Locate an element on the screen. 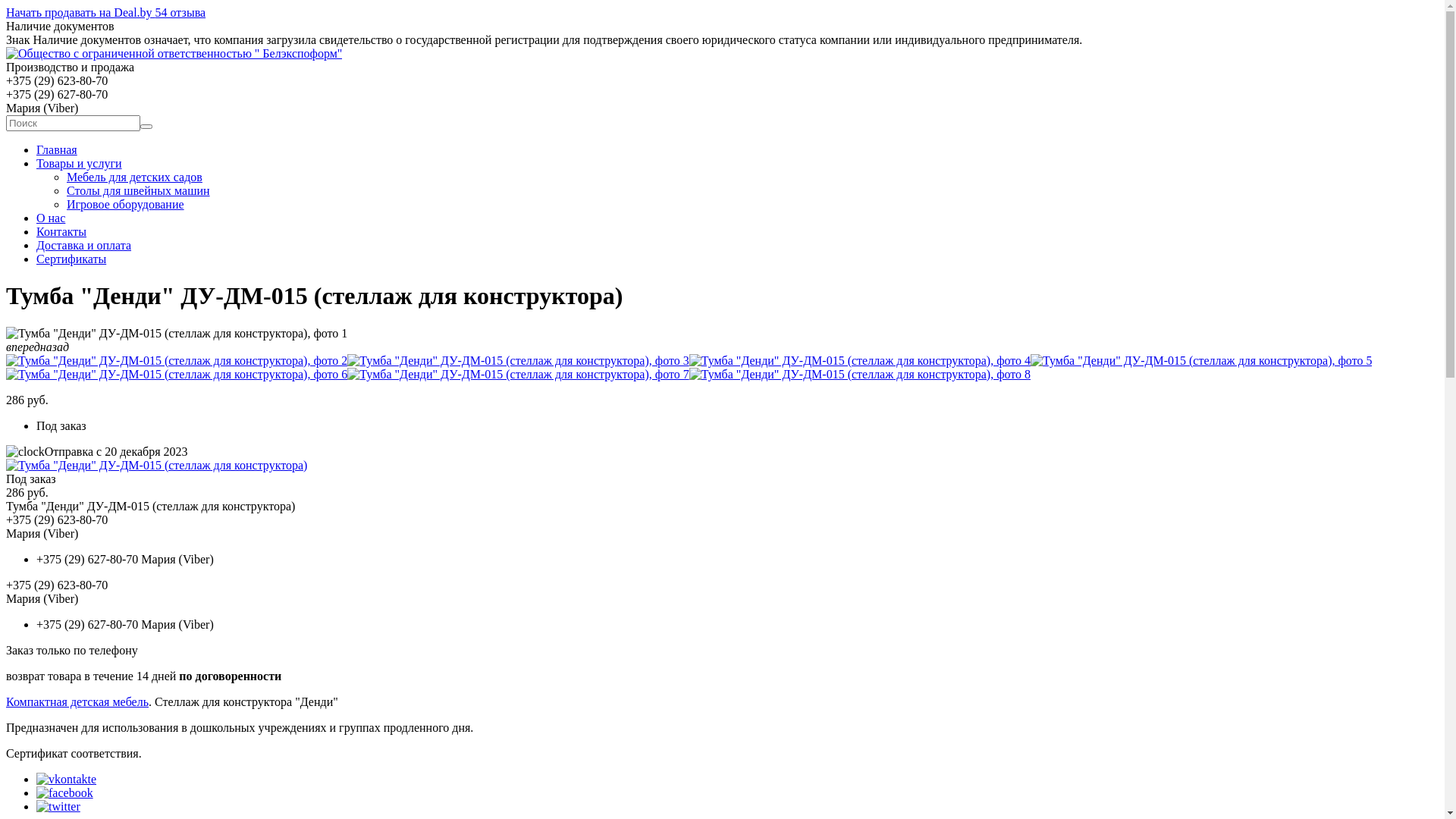 The height and width of the screenshot is (819, 1456). 'facebook' is located at coordinates (64, 792).